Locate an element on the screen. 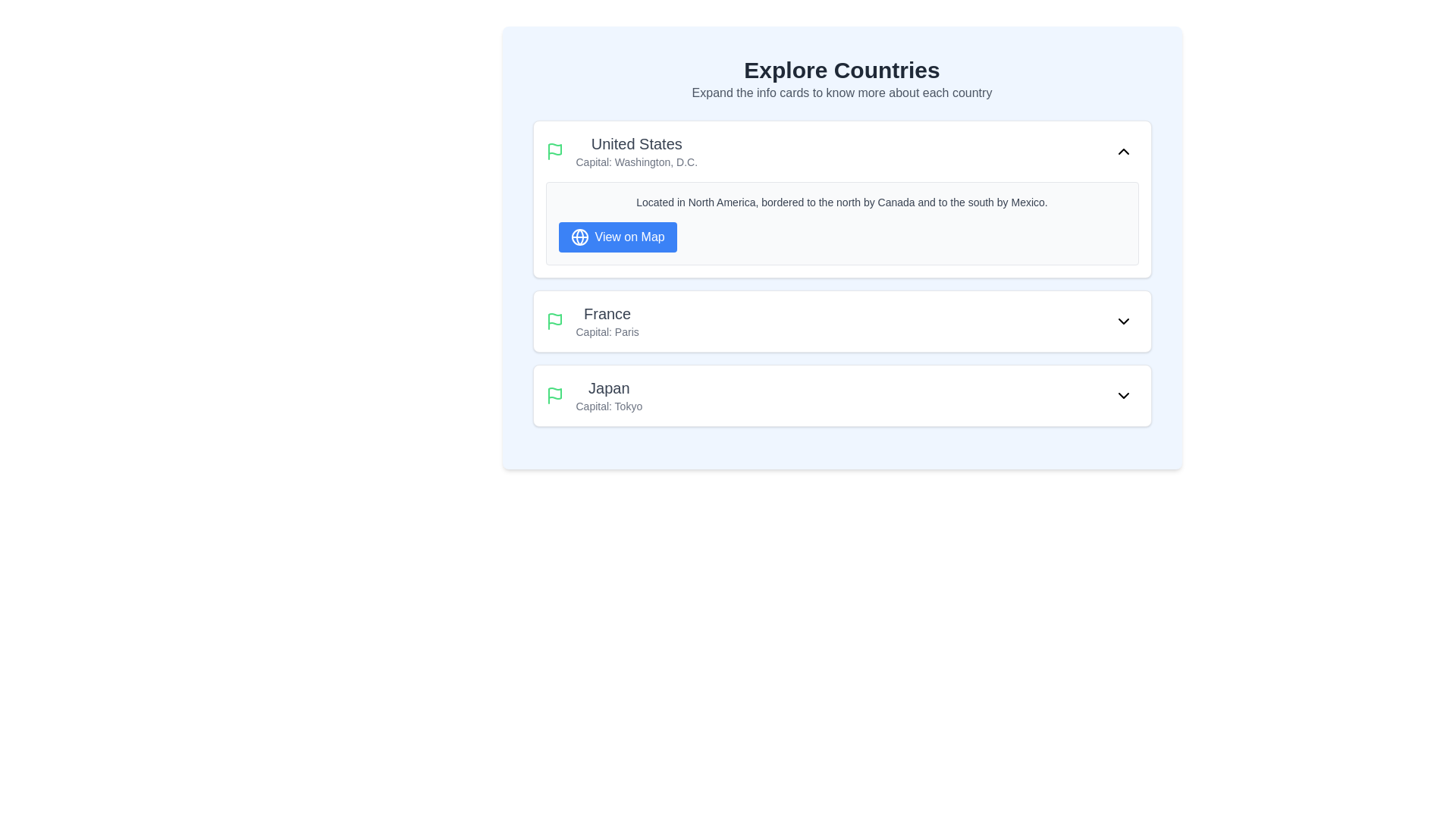  the text label displaying 'Capital: Tokyo', which is a small gray font located beneath the title 'Japan' in the information card about Japan is located at coordinates (609, 406).